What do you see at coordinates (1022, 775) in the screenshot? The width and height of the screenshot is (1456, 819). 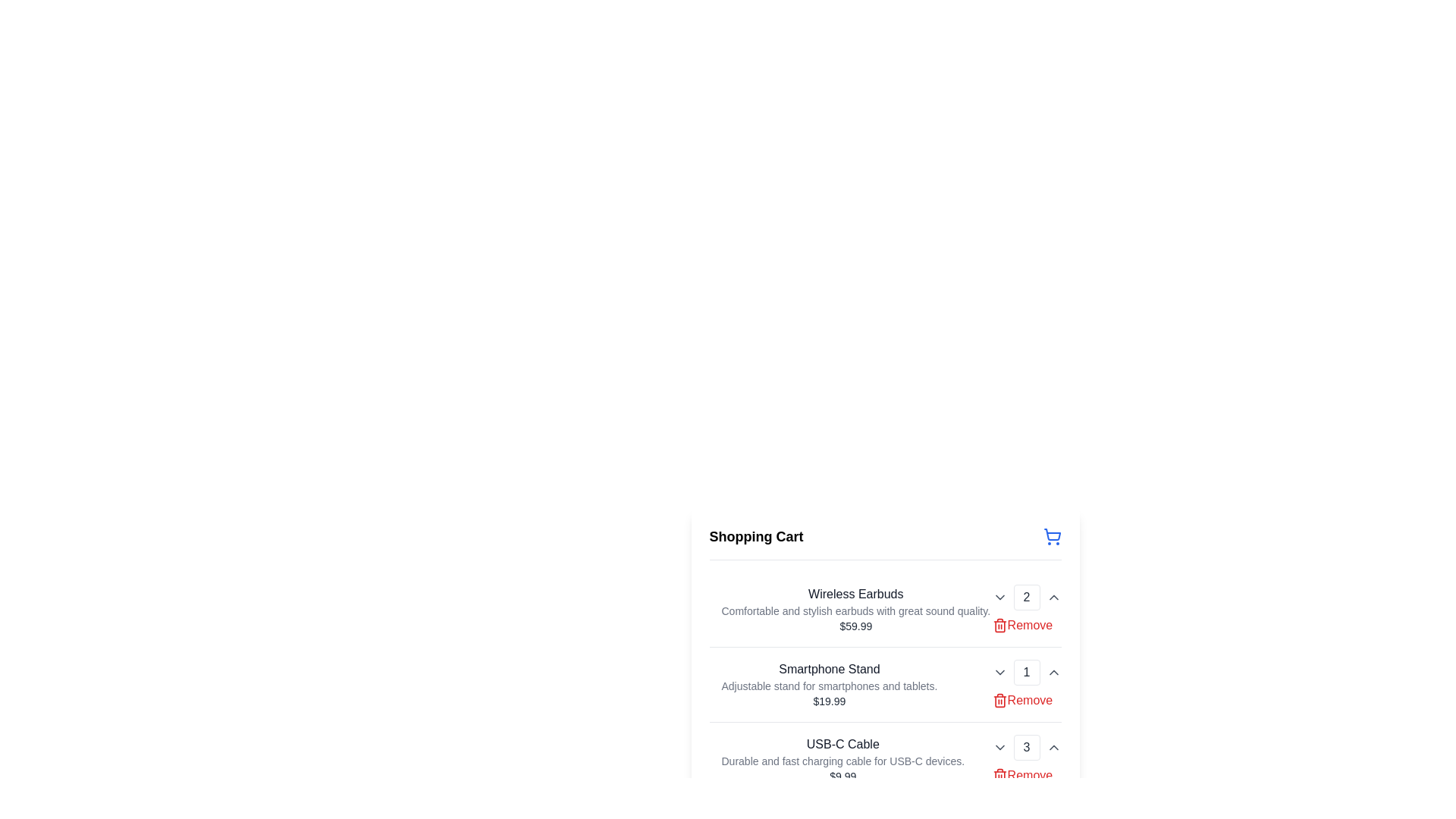 I see `the remove button for the 'USB-C Cable' product located in the bottom-right corner of its product row` at bounding box center [1022, 775].